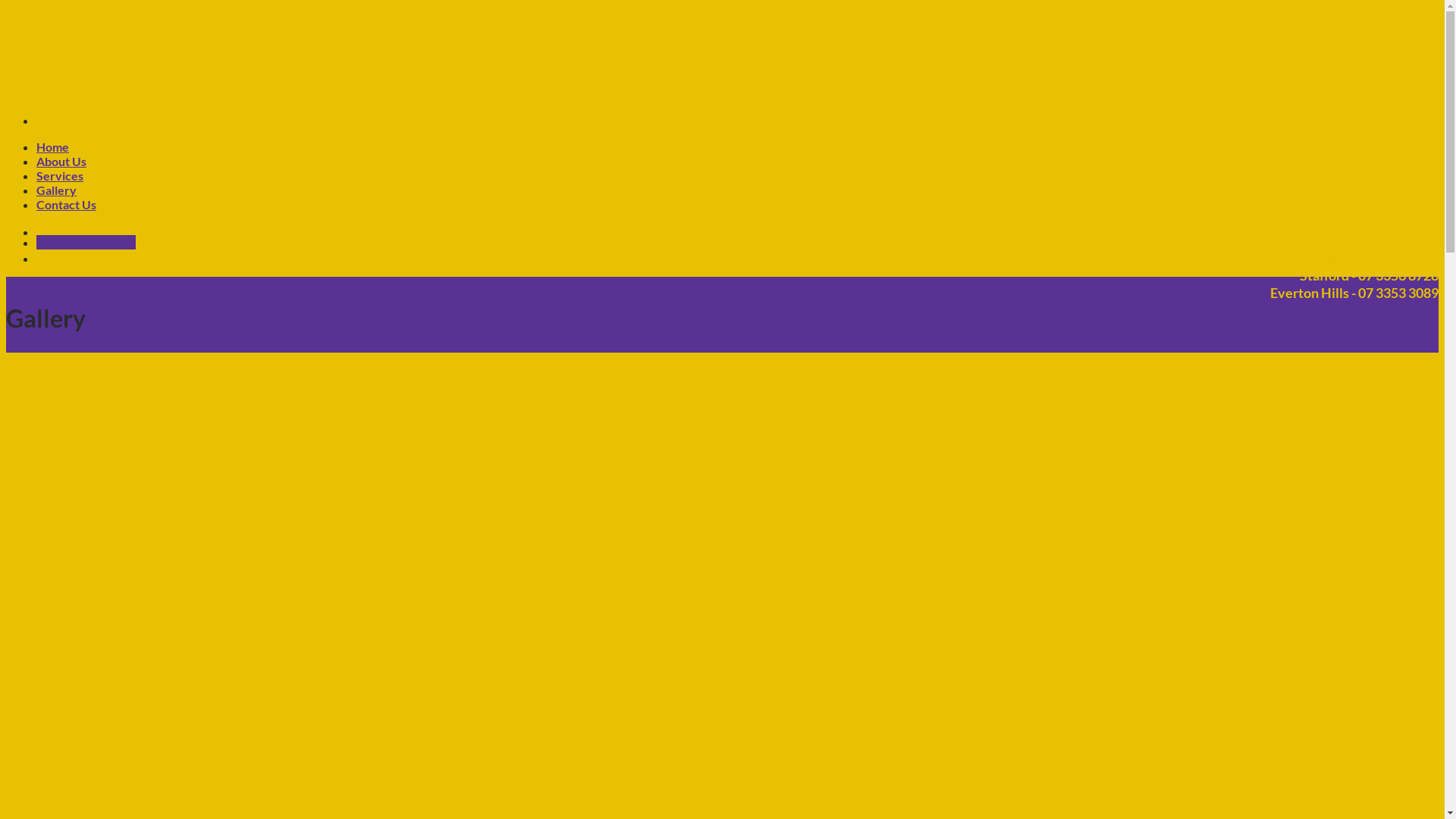  I want to click on 'Contact Us', so click(65, 203).